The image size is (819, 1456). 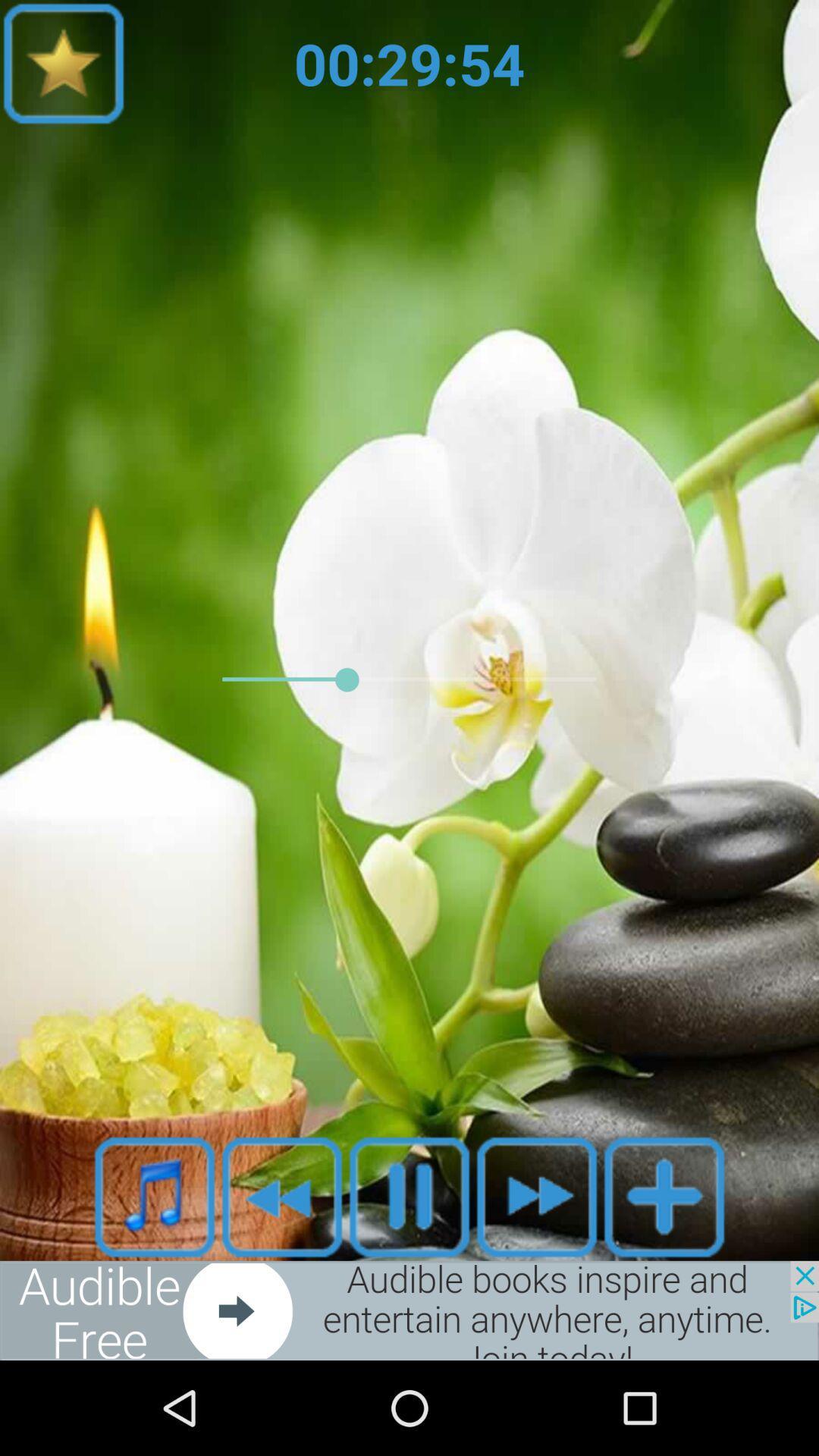 What do you see at coordinates (663, 1196) in the screenshot?
I see `the add icon` at bounding box center [663, 1196].